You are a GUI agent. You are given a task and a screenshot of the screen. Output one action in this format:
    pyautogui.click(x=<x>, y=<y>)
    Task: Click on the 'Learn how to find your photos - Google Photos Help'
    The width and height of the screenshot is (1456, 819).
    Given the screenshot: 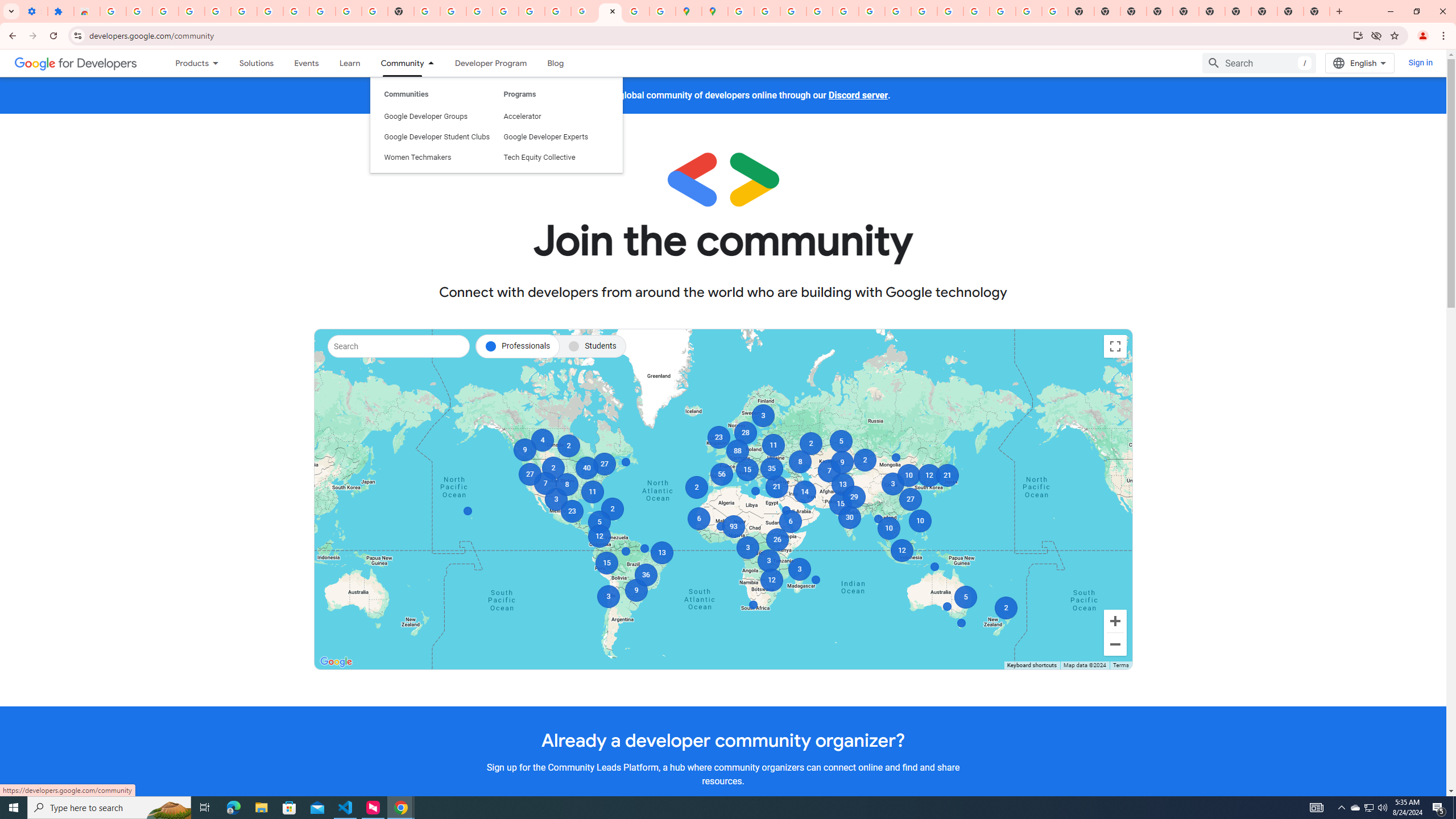 What is the action you would take?
    pyautogui.click(x=217, y=11)
    